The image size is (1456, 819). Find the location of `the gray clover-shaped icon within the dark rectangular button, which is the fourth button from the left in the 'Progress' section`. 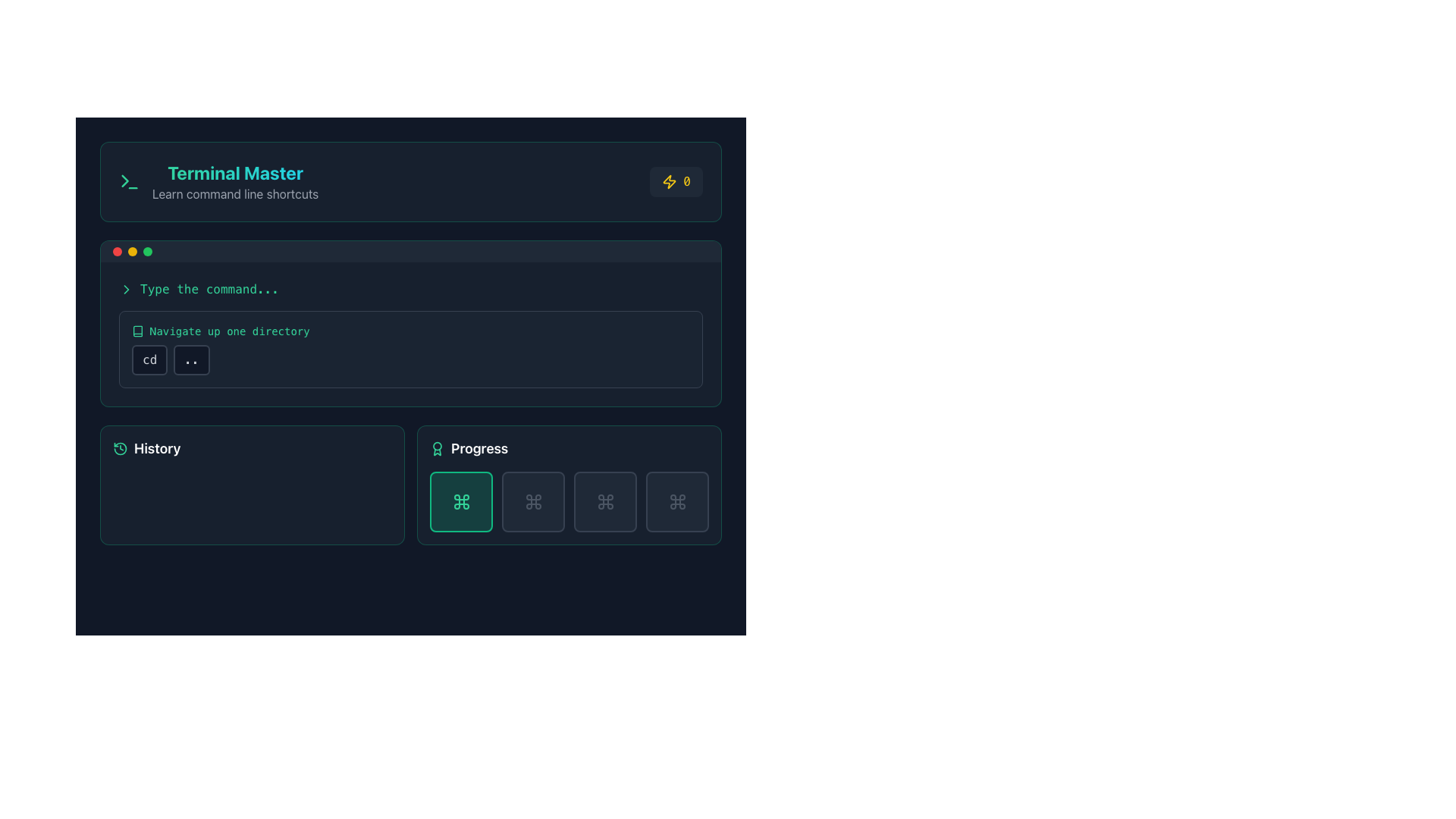

the gray clover-shaped icon within the dark rectangular button, which is the fourth button from the left in the 'Progress' section is located at coordinates (676, 502).